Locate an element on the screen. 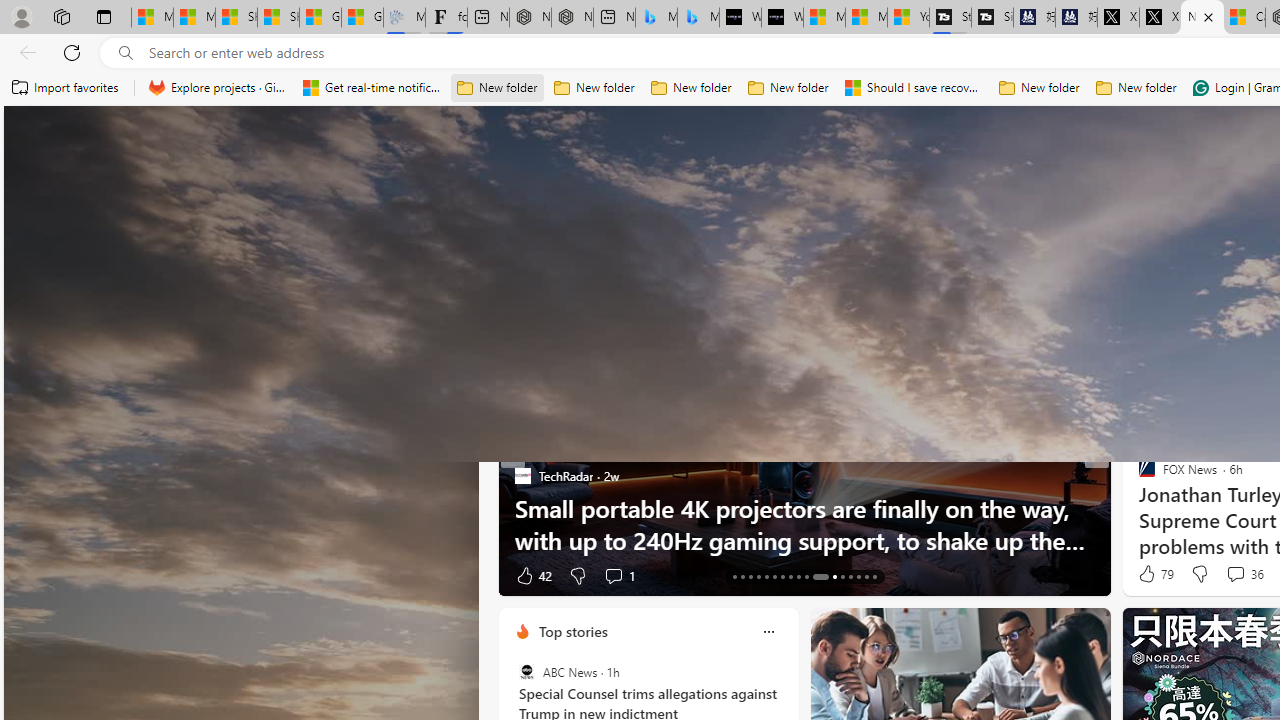  'Import favorites' is located at coordinates (65, 87).